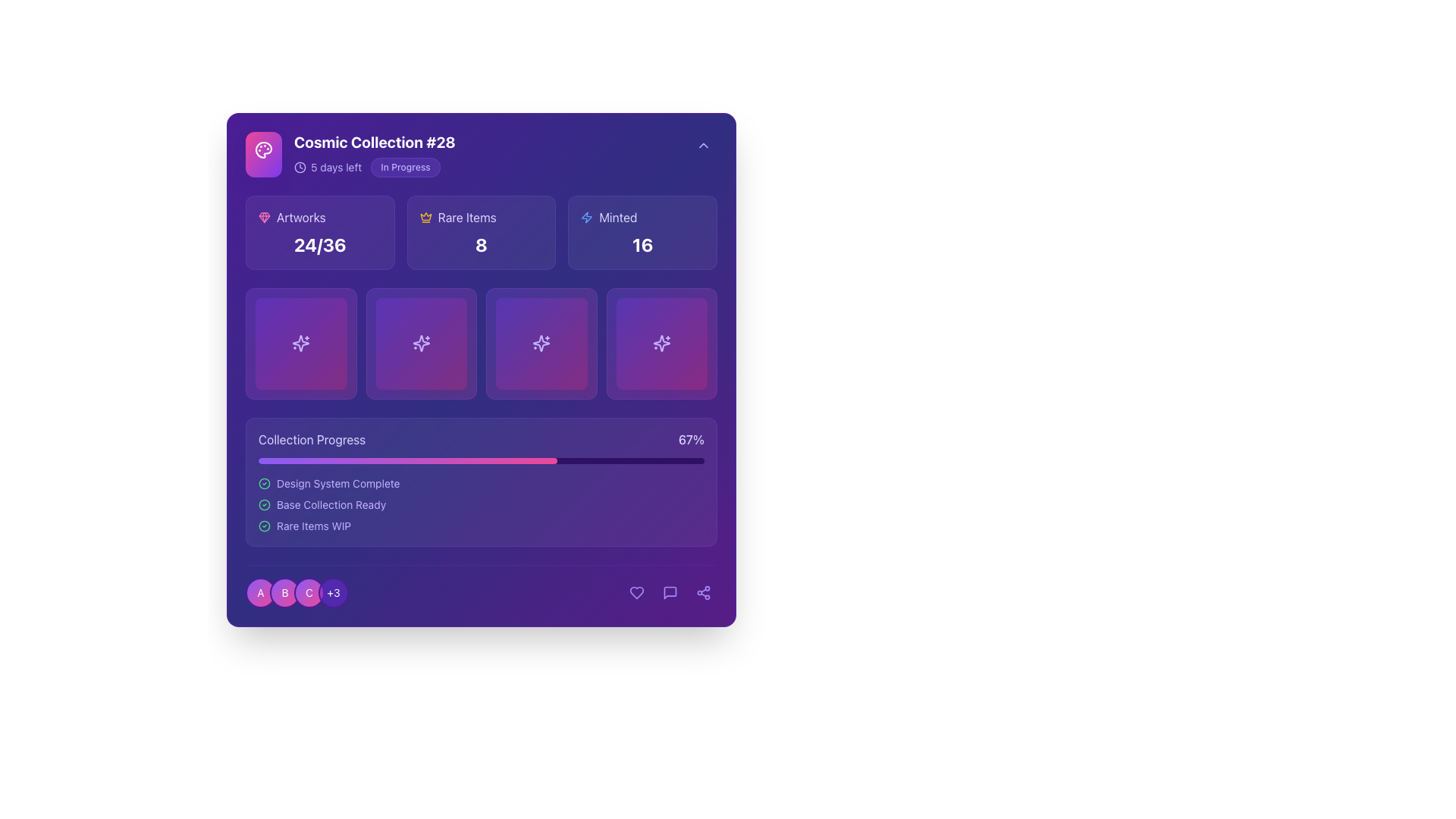 The width and height of the screenshot is (1456, 819). What do you see at coordinates (301, 344) in the screenshot?
I see `the first selectable grid item or button, which has a gradient background from violet to pink and features a centrally aligned sparkles or star icon` at bounding box center [301, 344].